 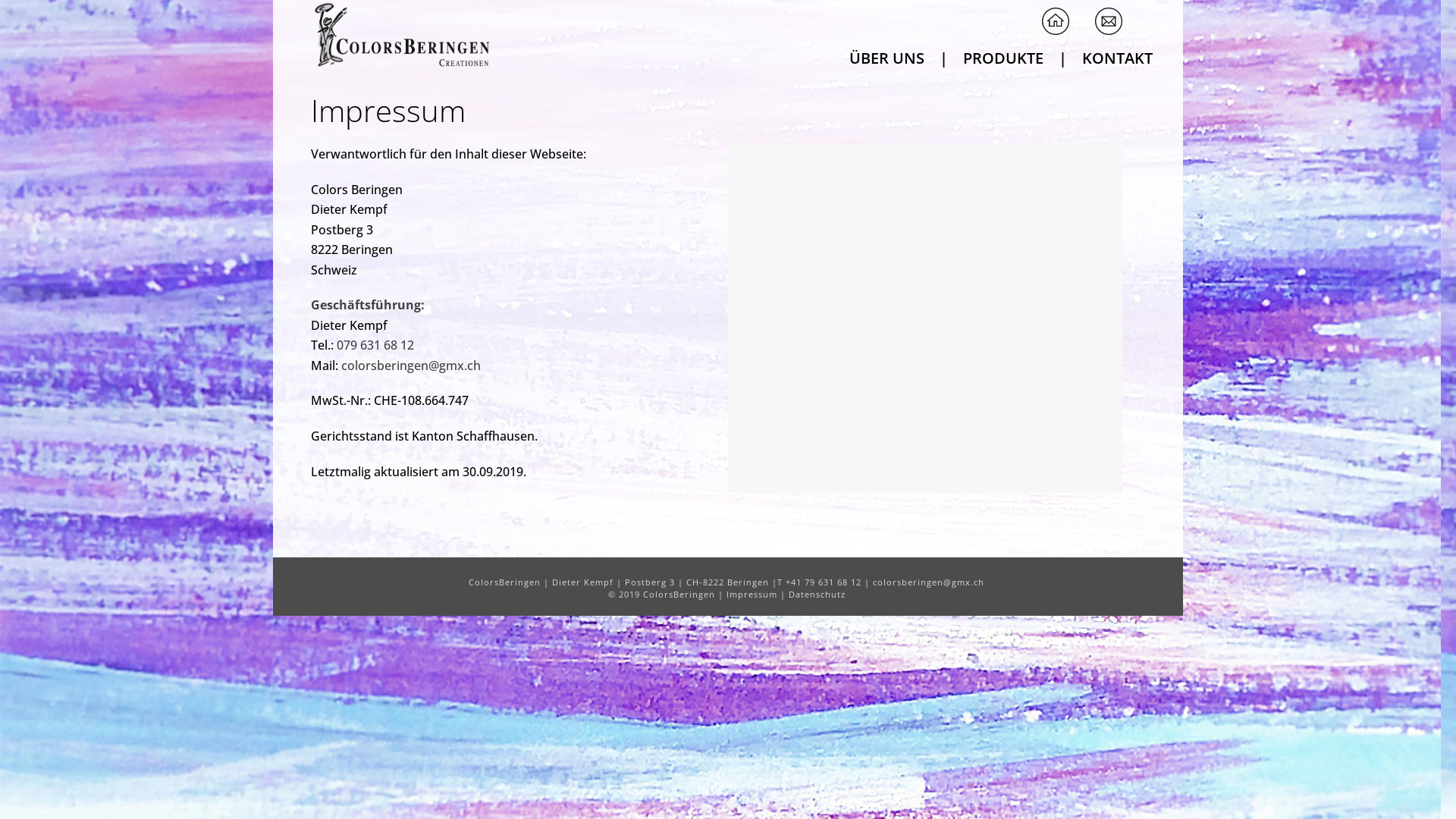 I want to click on 'Datenschutz', so click(x=816, y=593).